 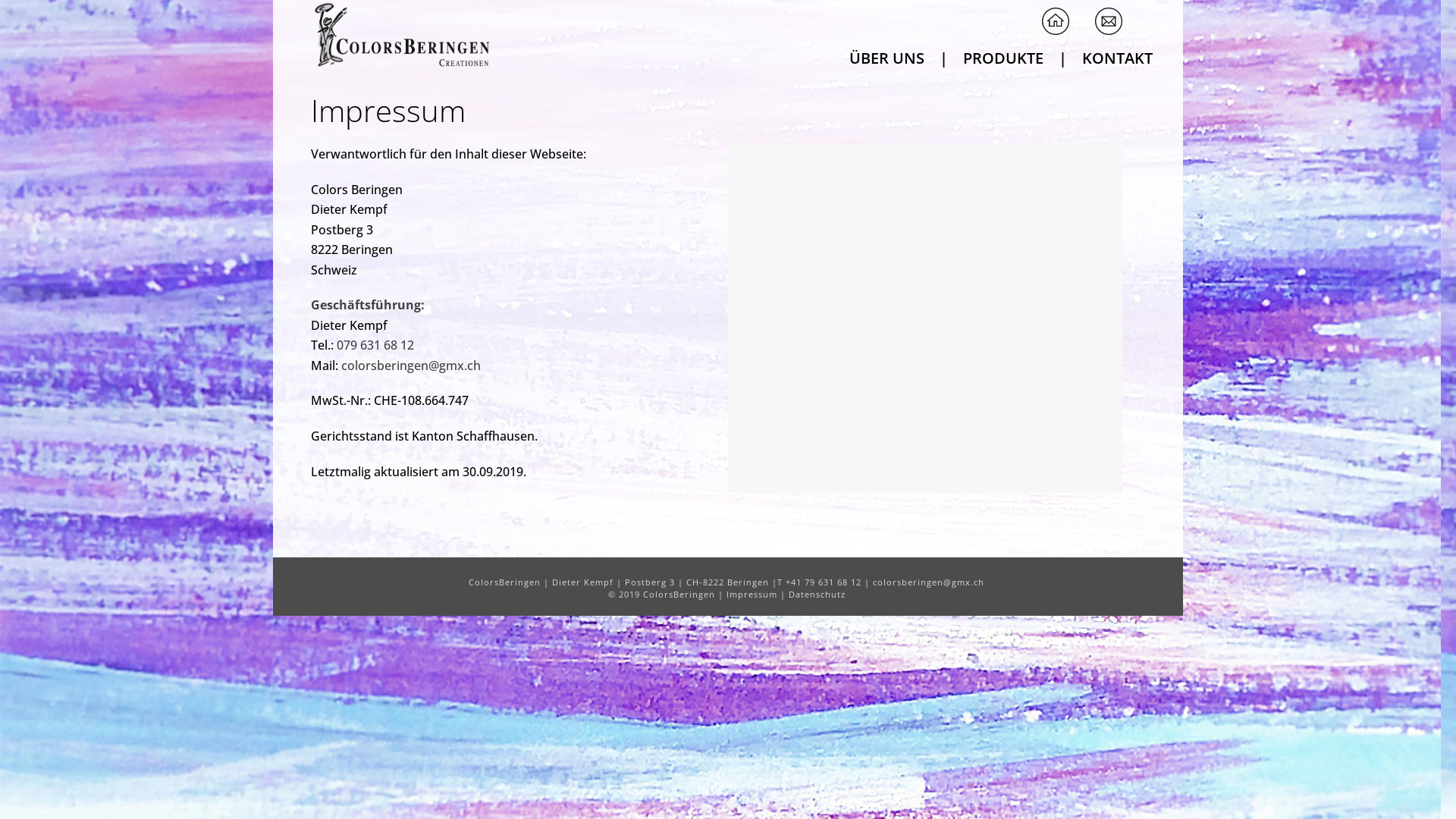 I want to click on 'Datenschutz', so click(x=816, y=593).